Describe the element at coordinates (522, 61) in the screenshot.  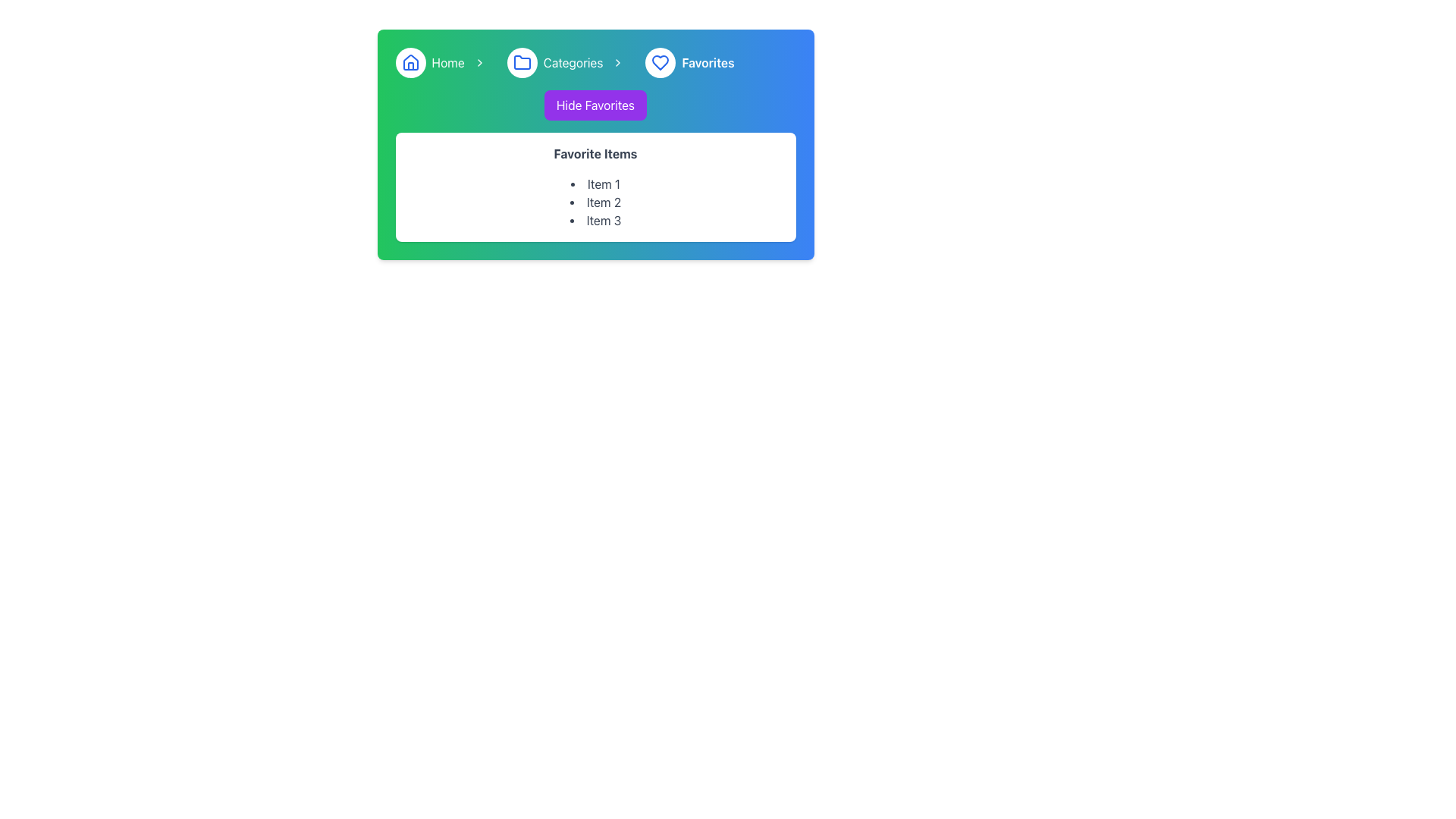
I see `the folder icon in the top left area of the navigation bar` at that location.